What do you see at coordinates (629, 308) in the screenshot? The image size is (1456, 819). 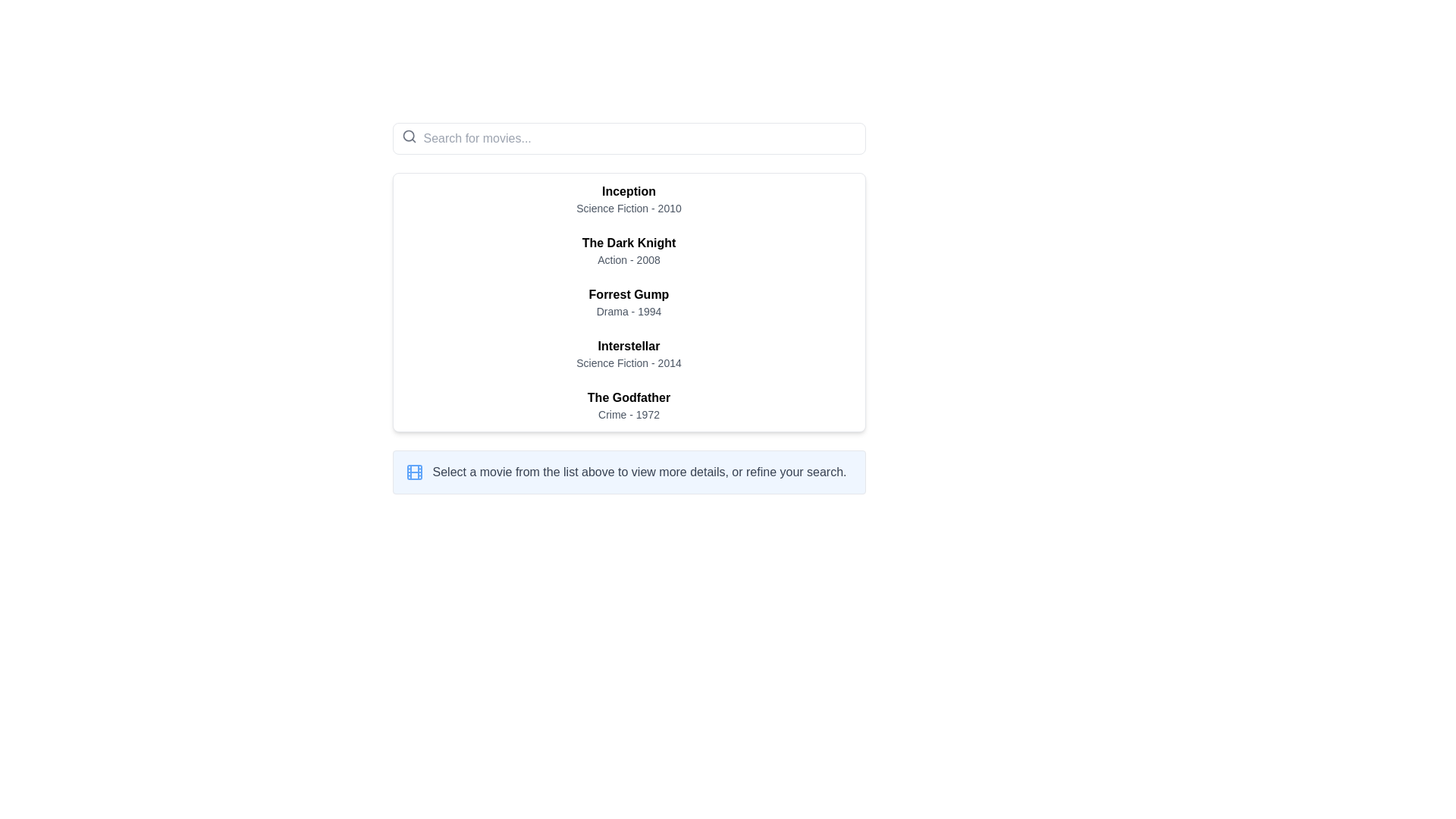 I see `a movie entry in the vertically arranged list of movie titles` at bounding box center [629, 308].